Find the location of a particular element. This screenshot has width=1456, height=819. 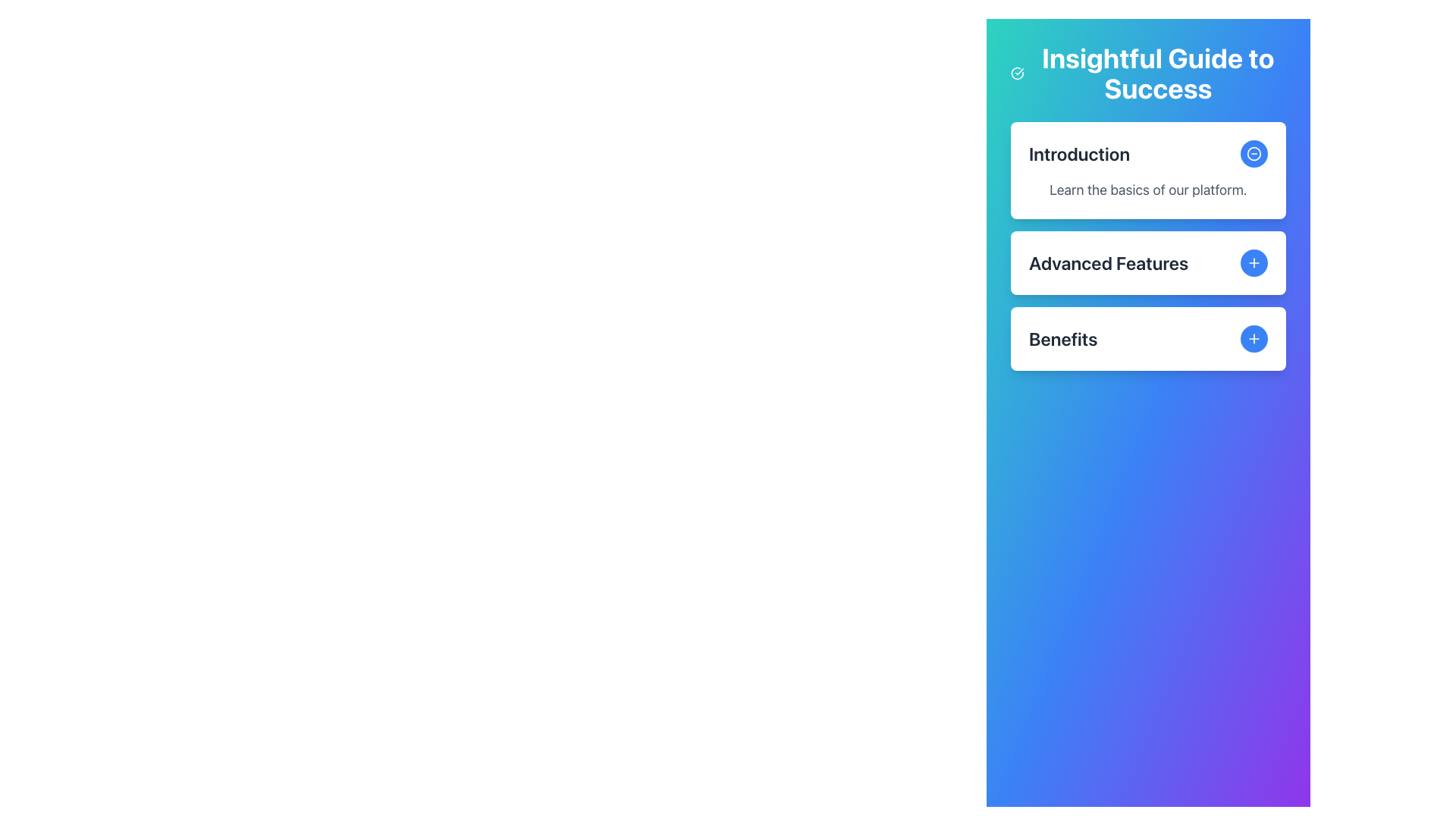

the 'Advanced Features' card component, which is the second card in a vertical stack is located at coordinates (1148, 245).